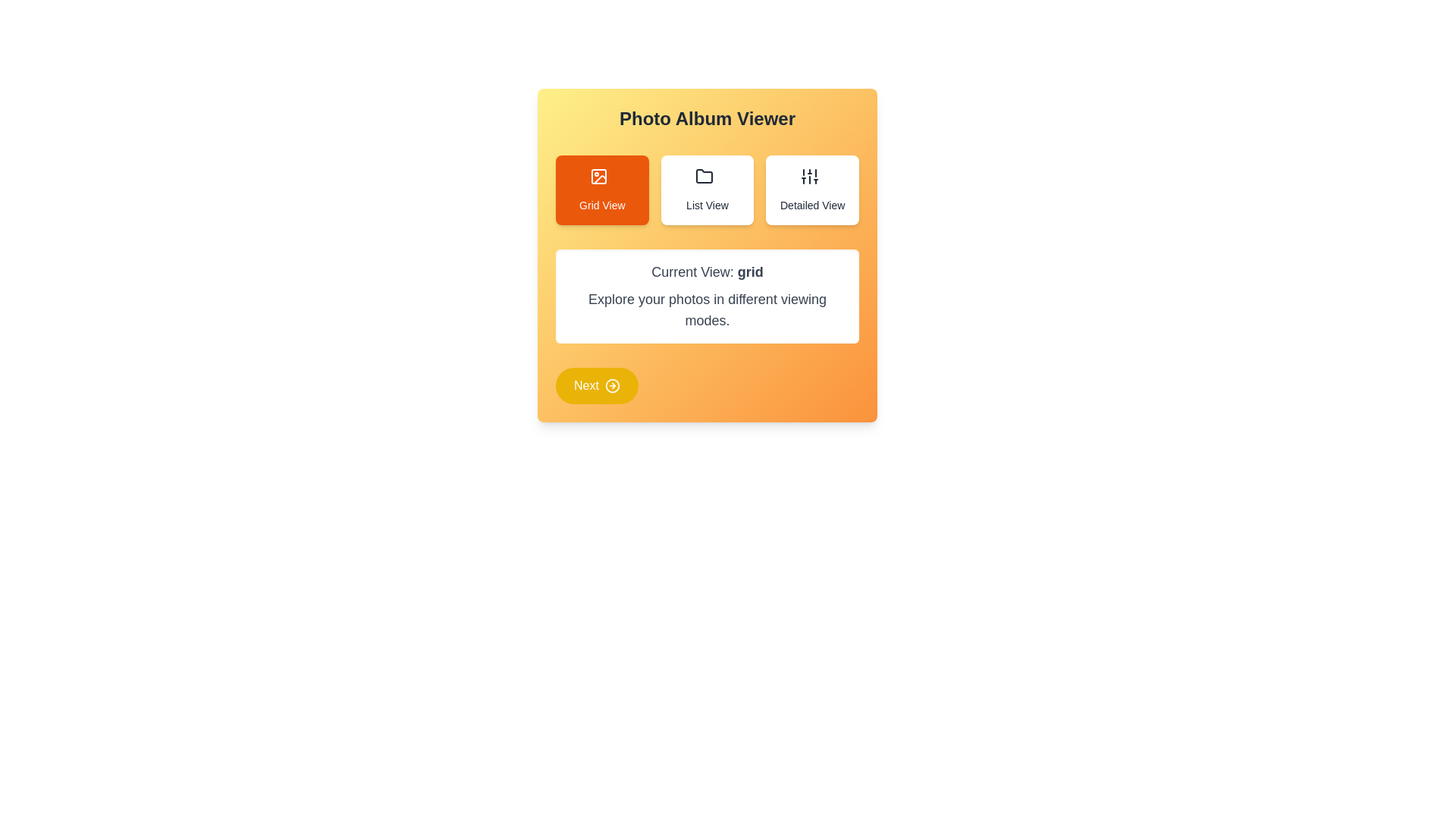  What do you see at coordinates (706, 189) in the screenshot?
I see `the 'List View' button, which is a rectangular button with a white background, an icon resembling a folder at the top, and the text 'List View' in dark, sans-serif font` at bounding box center [706, 189].